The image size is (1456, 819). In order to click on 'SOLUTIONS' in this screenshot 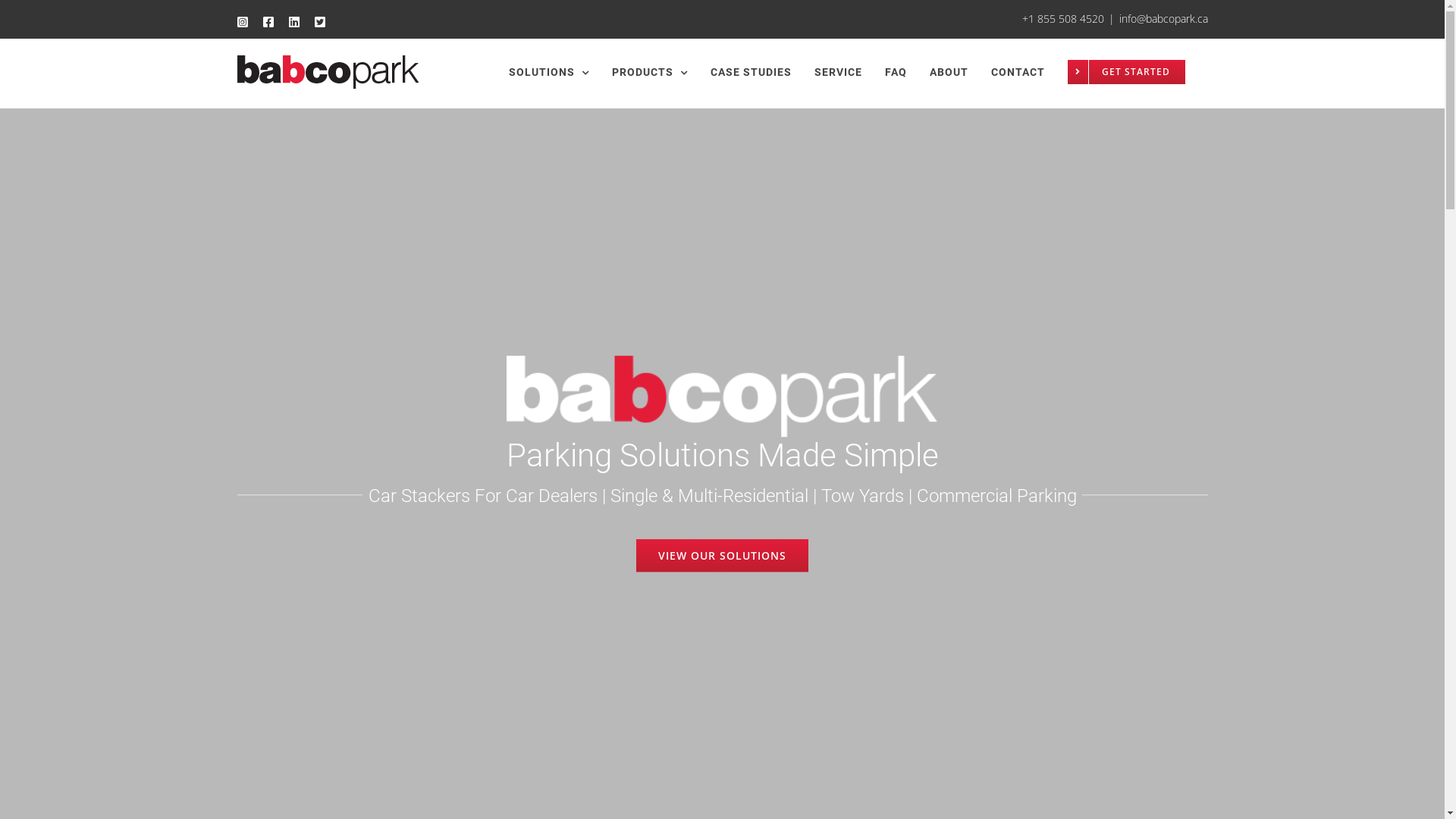, I will do `click(548, 72)`.